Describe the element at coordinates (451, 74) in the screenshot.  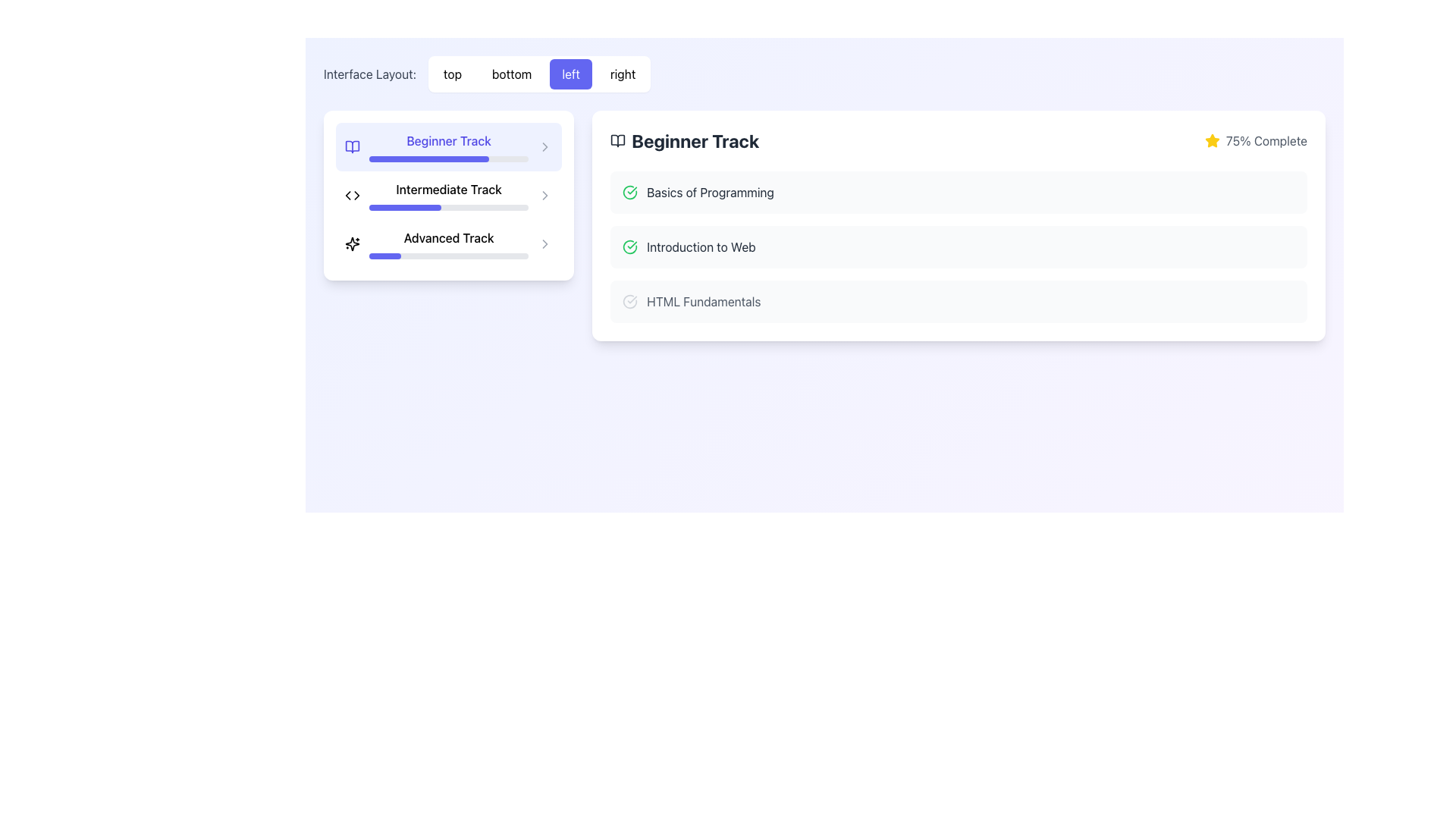
I see `the 'top' button` at that location.